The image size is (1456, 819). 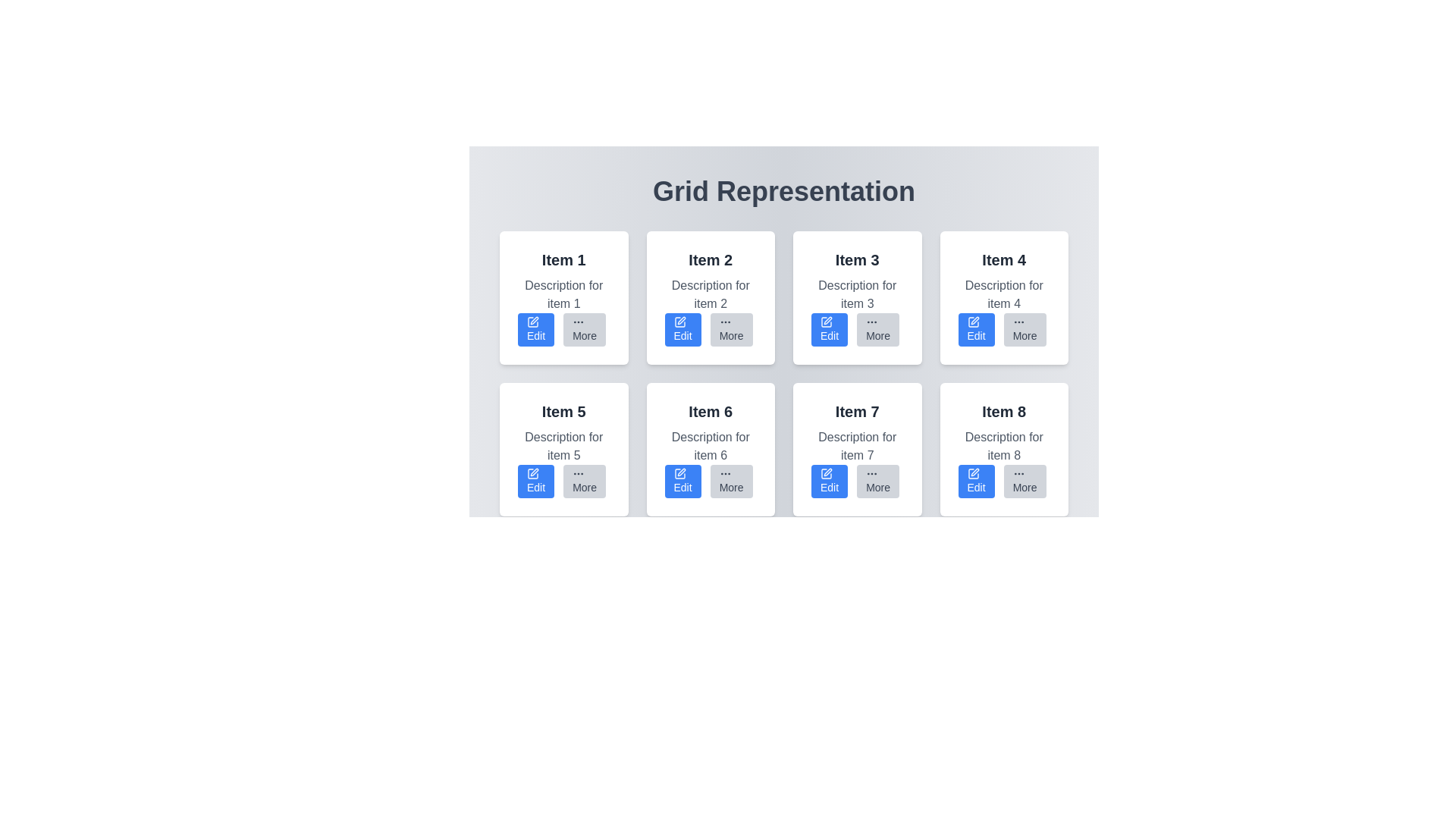 What do you see at coordinates (1004, 449) in the screenshot?
I see `the 'More' button of the Card element located in the second row and fourth column of the grid layout` at bounding box center [1004, 449].